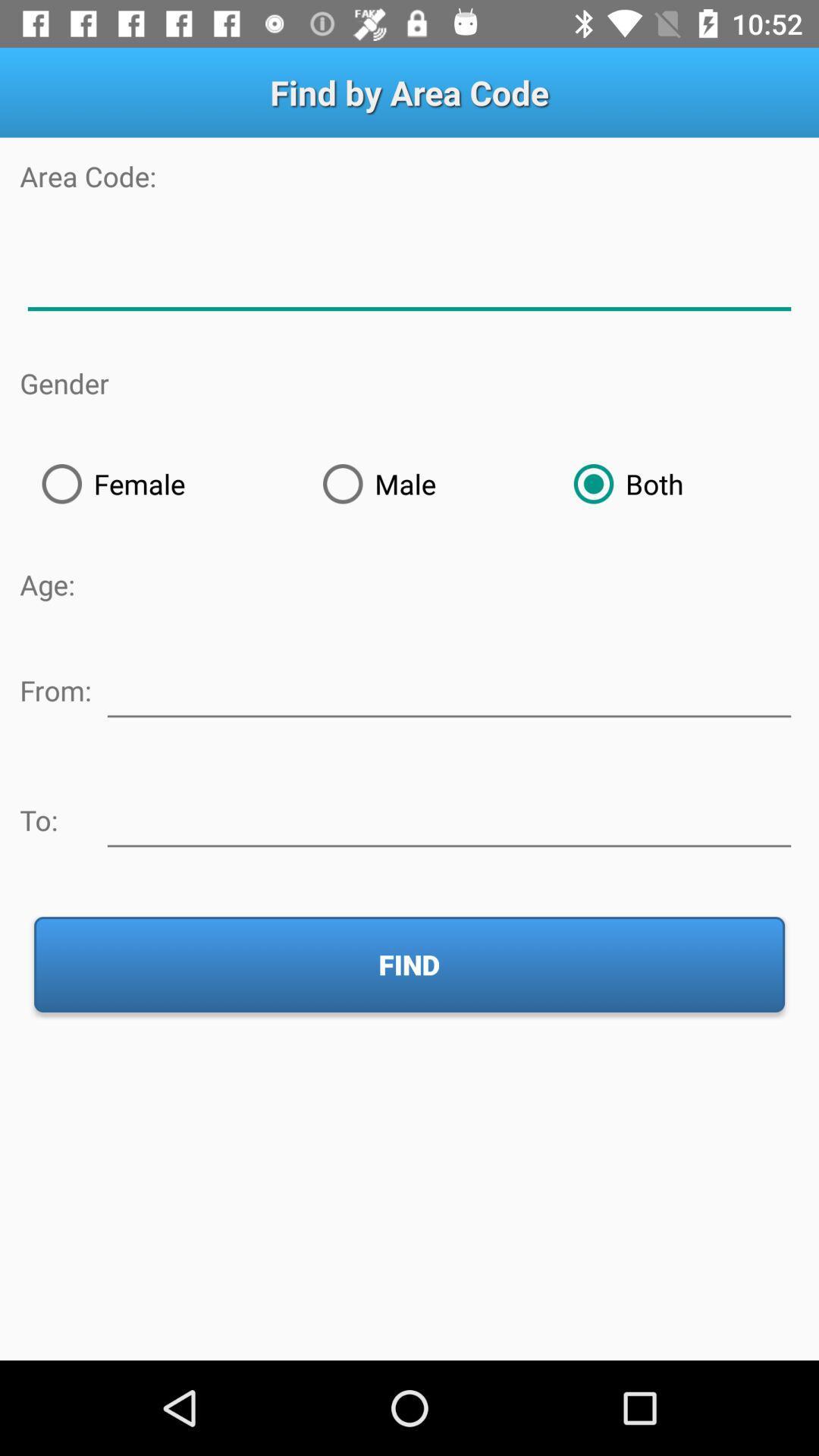 Image resolution: width=819 pixels, height=1456 pixels. Describe the element at coordinates (426, 483) in the screenshot. I see `the male radio button` at that location.